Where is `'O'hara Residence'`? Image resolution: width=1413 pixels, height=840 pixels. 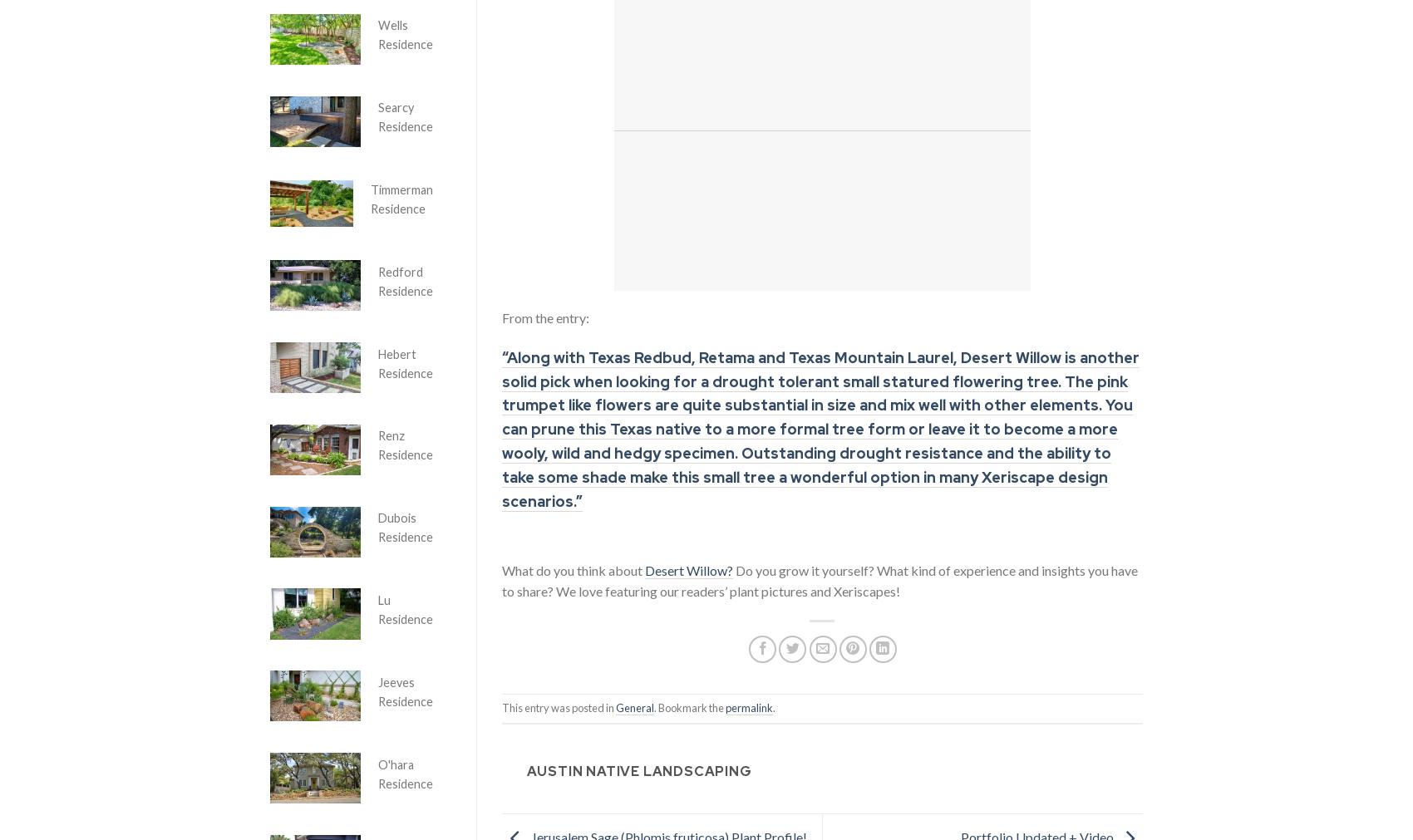
'O'hara Residence' is located at coordinates (377, 774).